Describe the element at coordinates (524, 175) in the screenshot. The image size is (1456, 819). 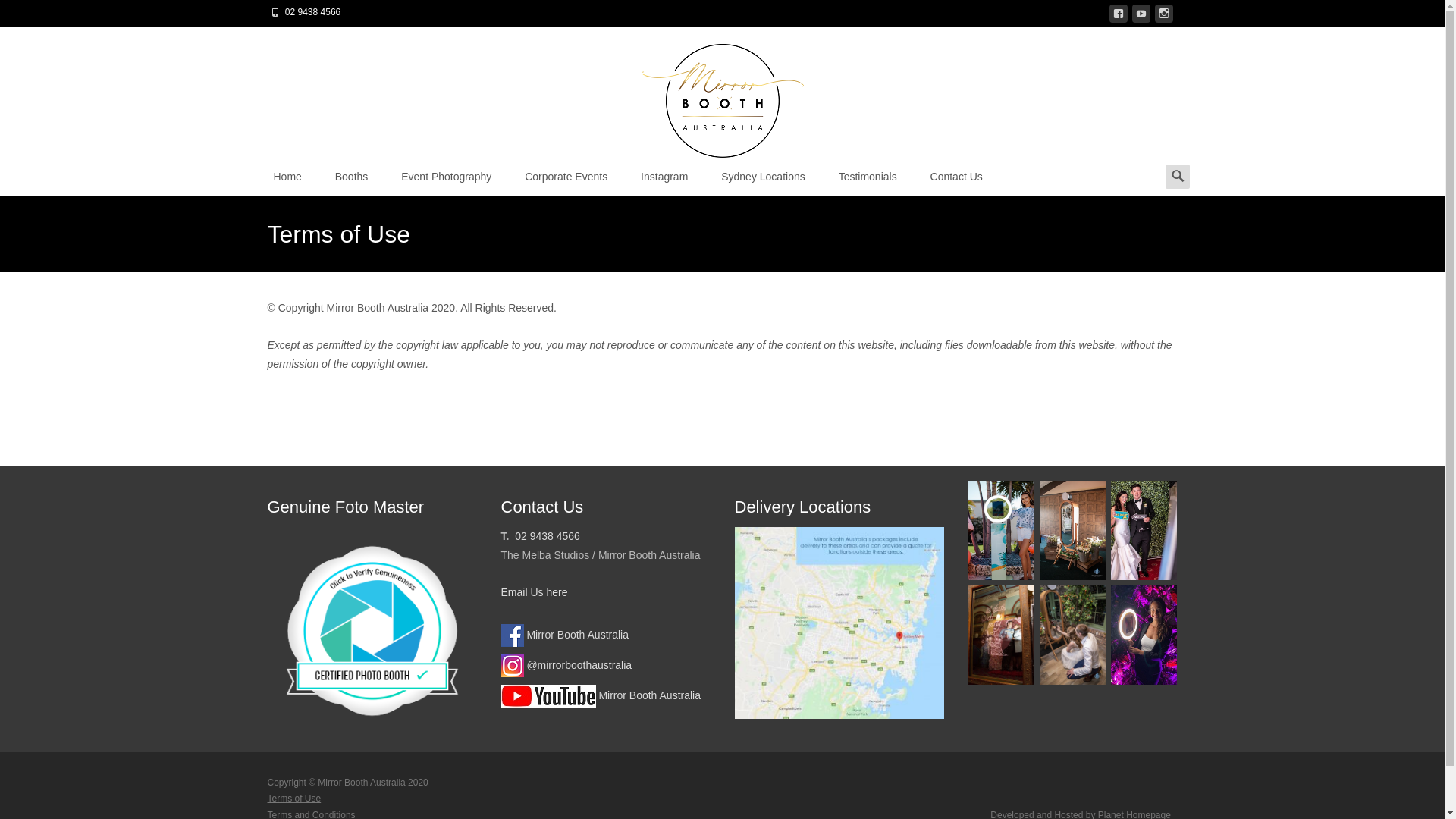
I see `'Corporate Events'` at that location.